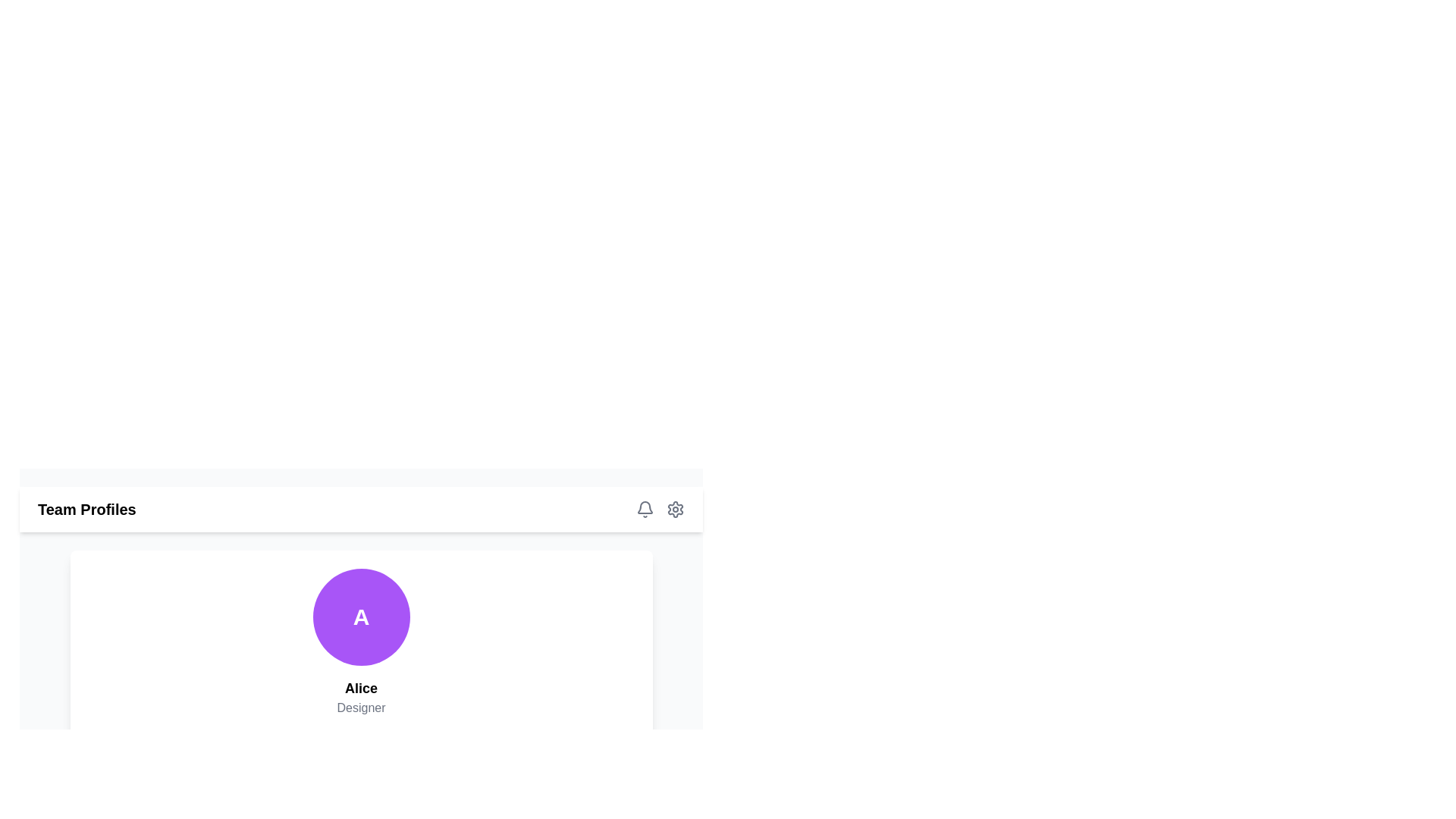 The width and height of the screenshot is (1456, 819). Describe the element at coordinates (360, 617) in the screenshot. I see `the Avatar or Profile Icon, which is a circular element with a purple background and a white letter 'A' centered inside, positioned above the text 'Alice' and 'Designer'` at that location.